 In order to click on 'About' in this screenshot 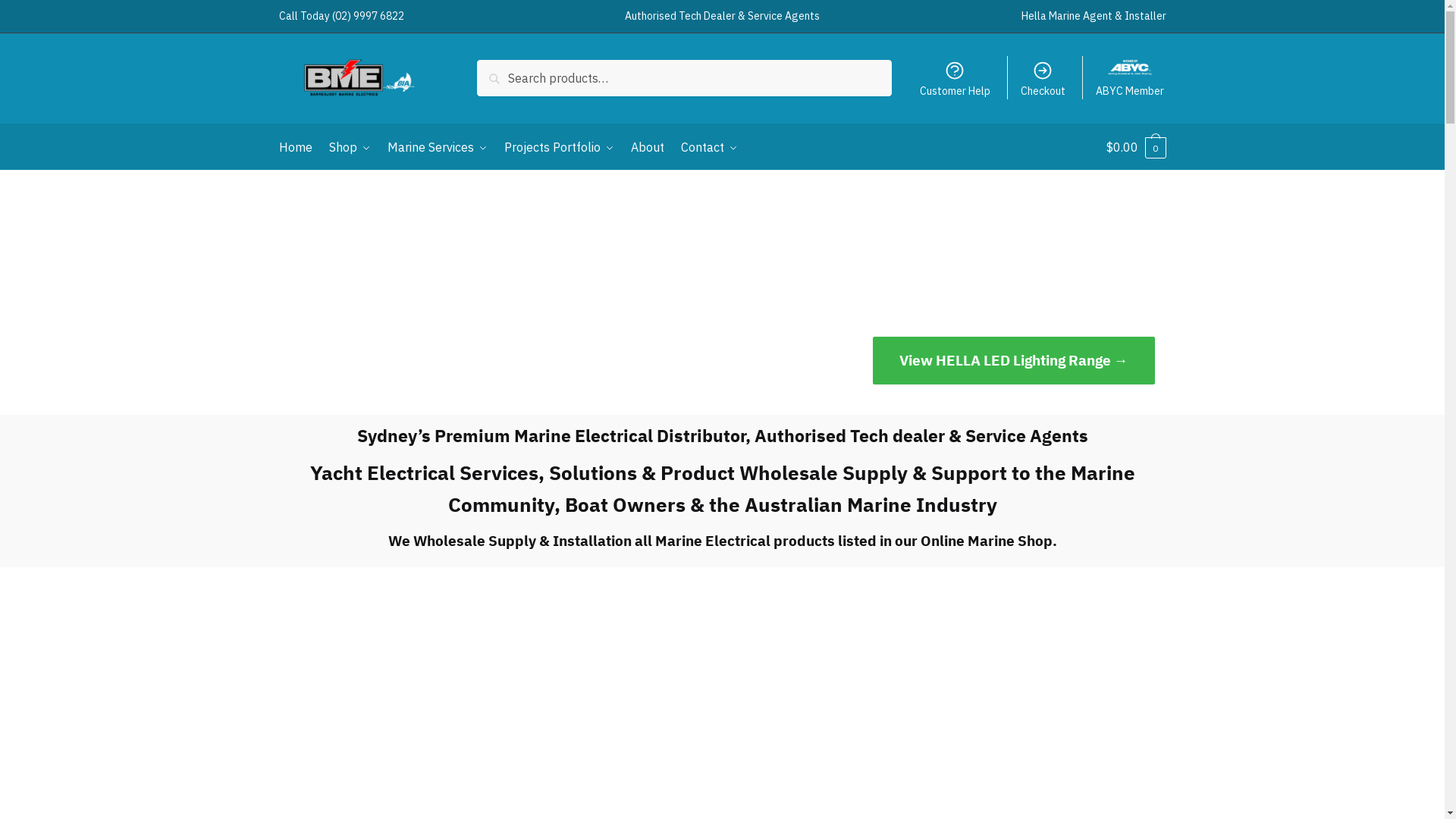, I will do `click(648, 146)`.